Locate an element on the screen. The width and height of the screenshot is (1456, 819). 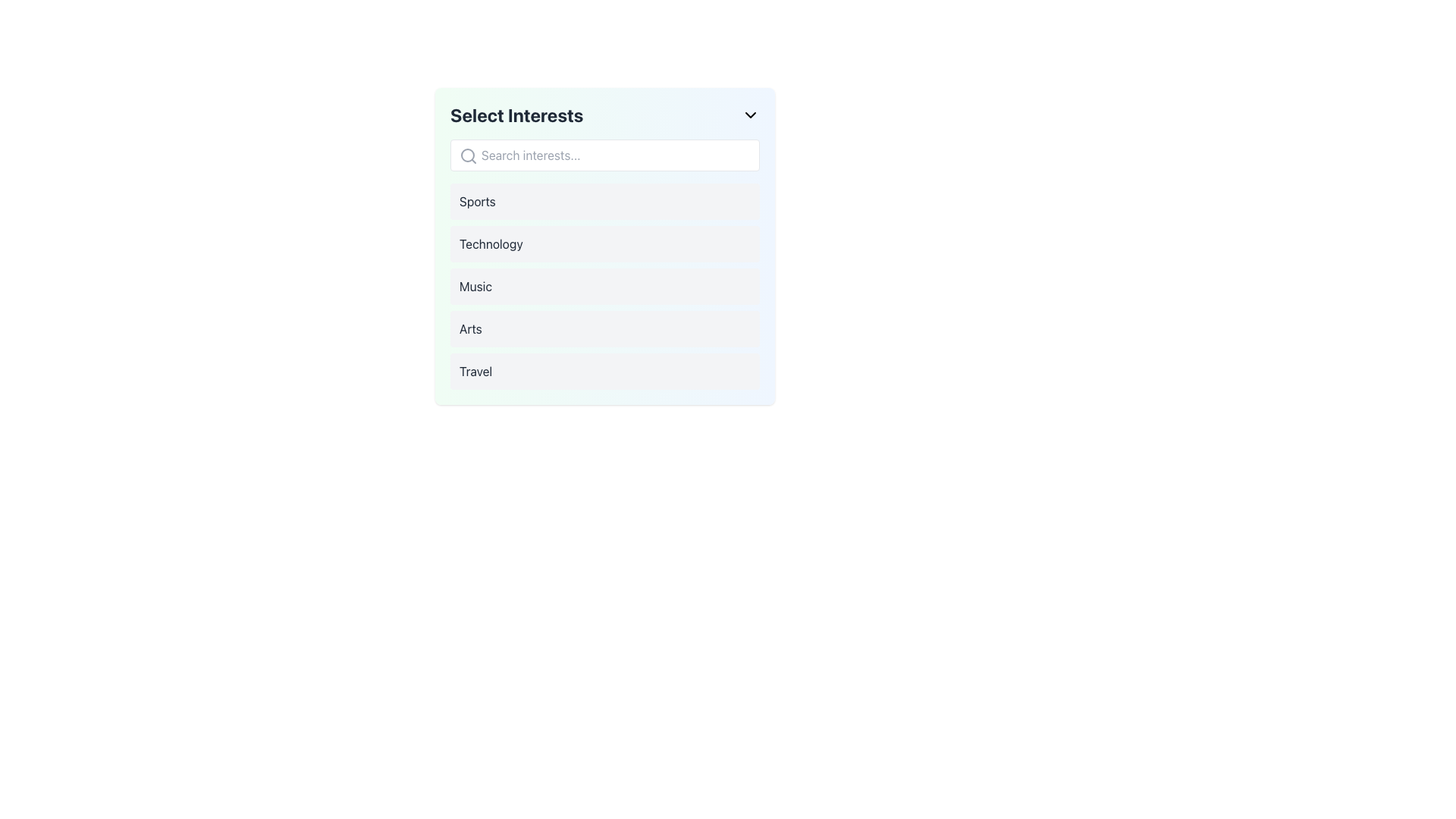
the 'Technology' text label, which is the second option in the vertical list under the header 'Select Interests' is located at coordinates (491, 243).